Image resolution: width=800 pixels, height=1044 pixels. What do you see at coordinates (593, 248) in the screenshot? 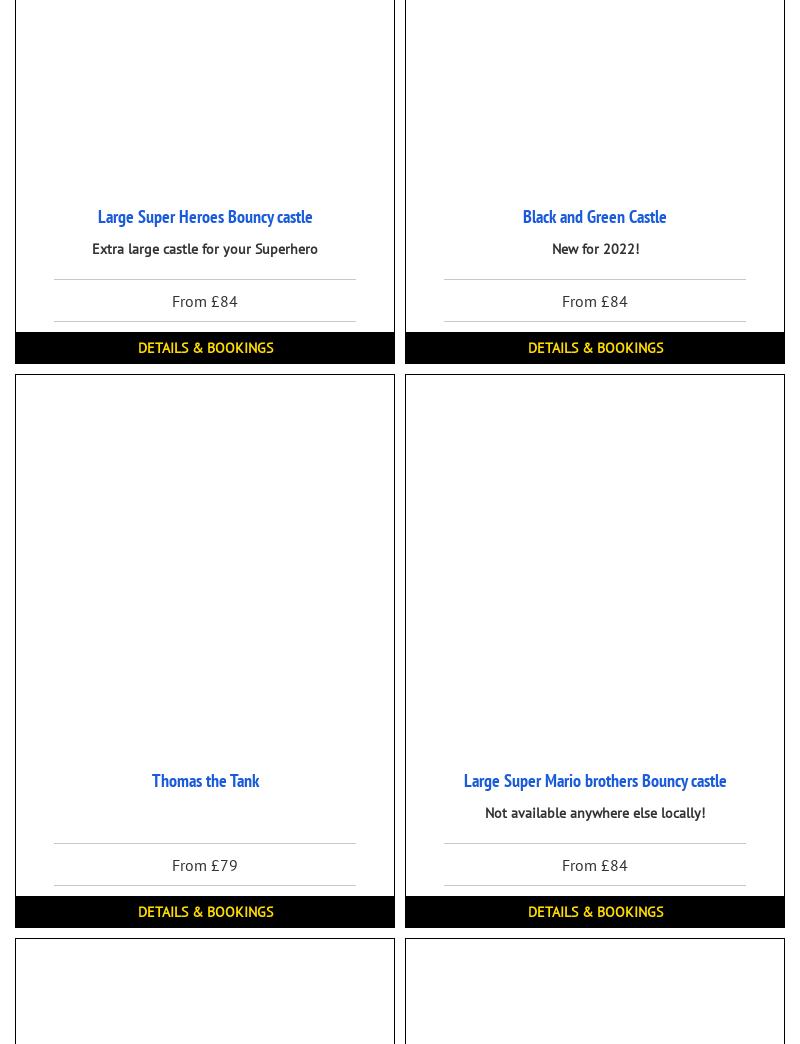
I see `'New for 2022!'` at bounding box center [593, 248].